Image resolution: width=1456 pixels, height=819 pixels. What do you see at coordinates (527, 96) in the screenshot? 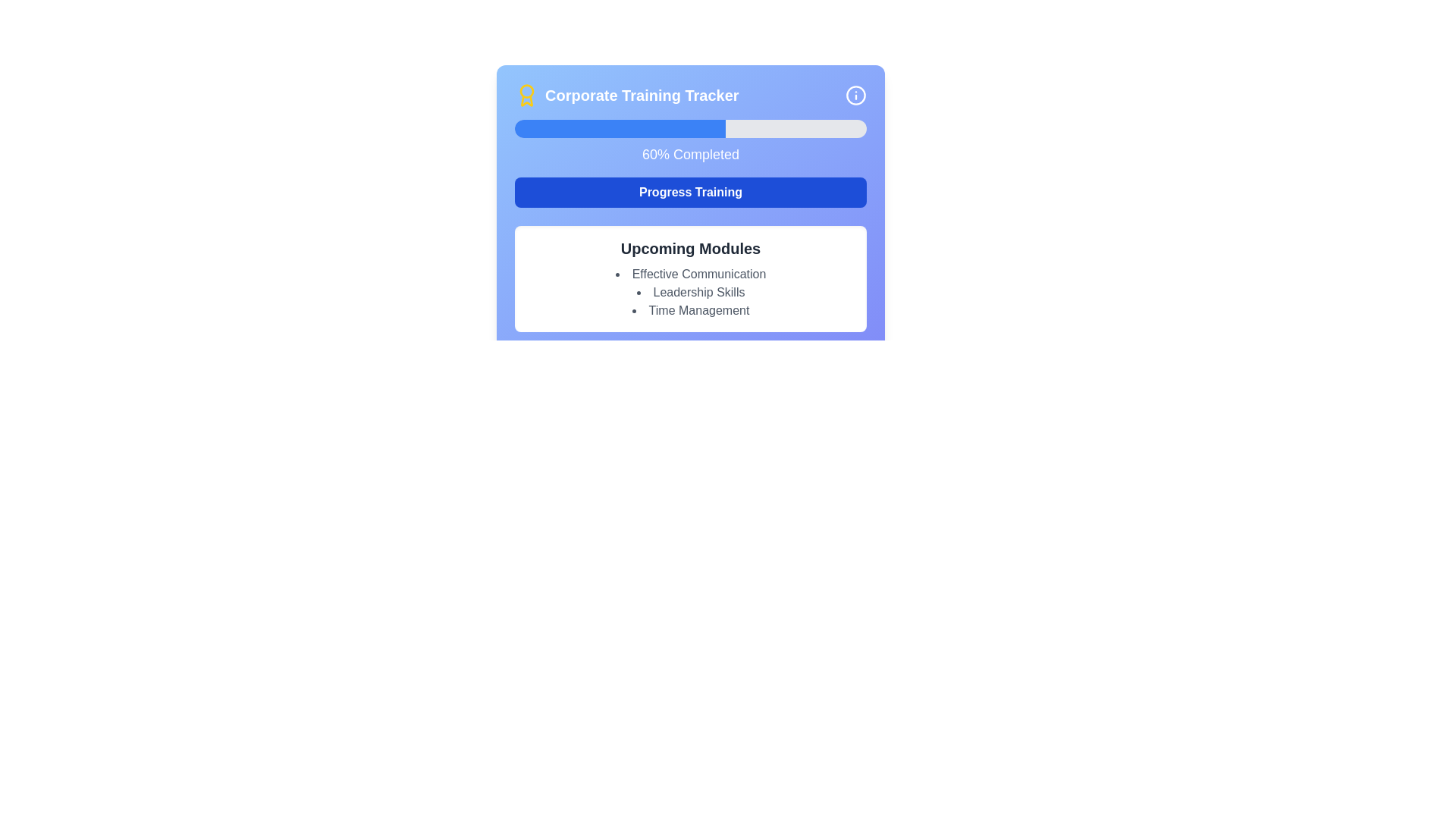
I see `the award medal icon, which is yellow and located at the top-left side of the 'Corporate Training Tracker' card, preceding the title text` at bounding box center [527, 96].